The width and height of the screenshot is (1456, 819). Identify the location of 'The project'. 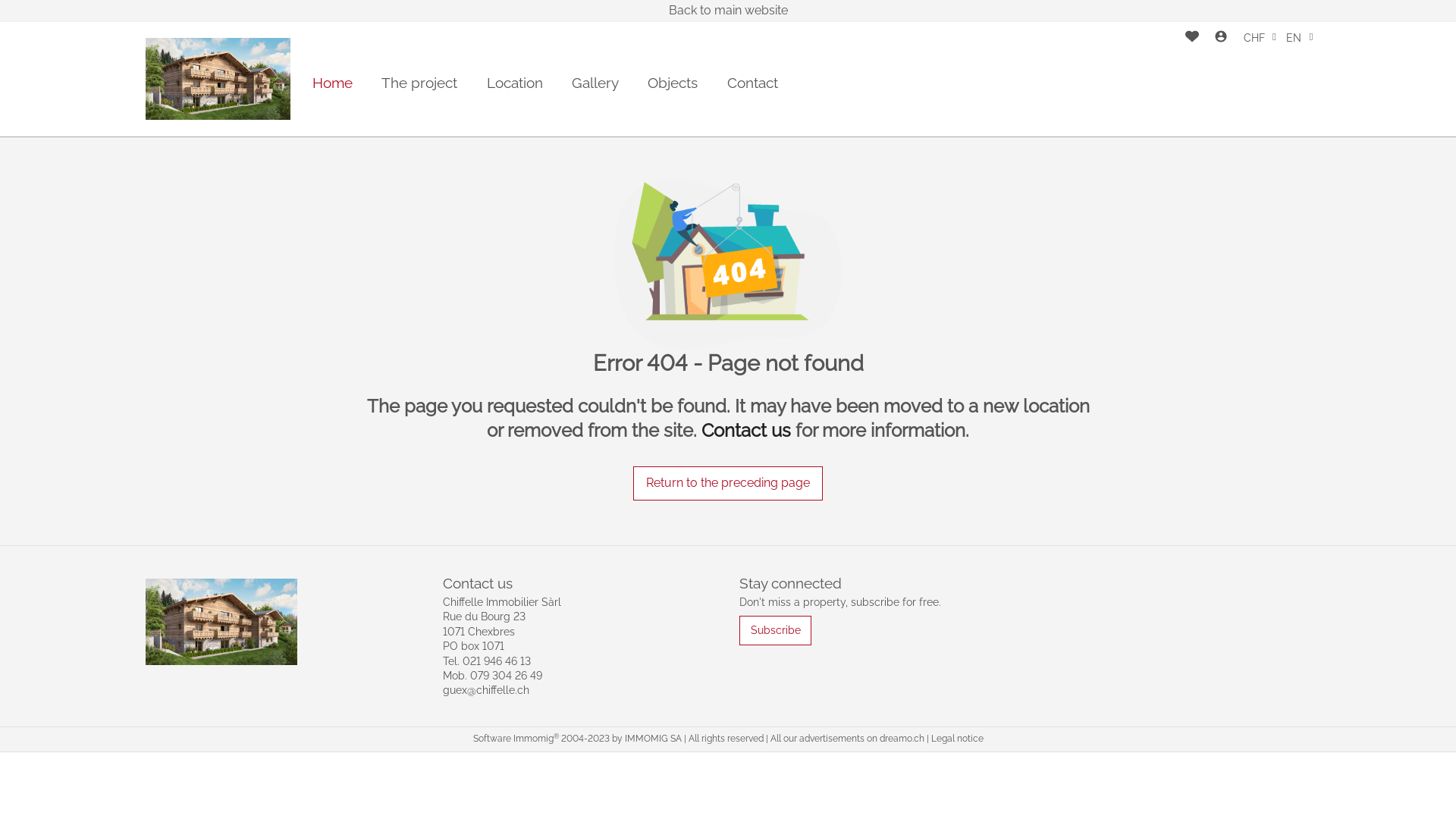
(381, 83).